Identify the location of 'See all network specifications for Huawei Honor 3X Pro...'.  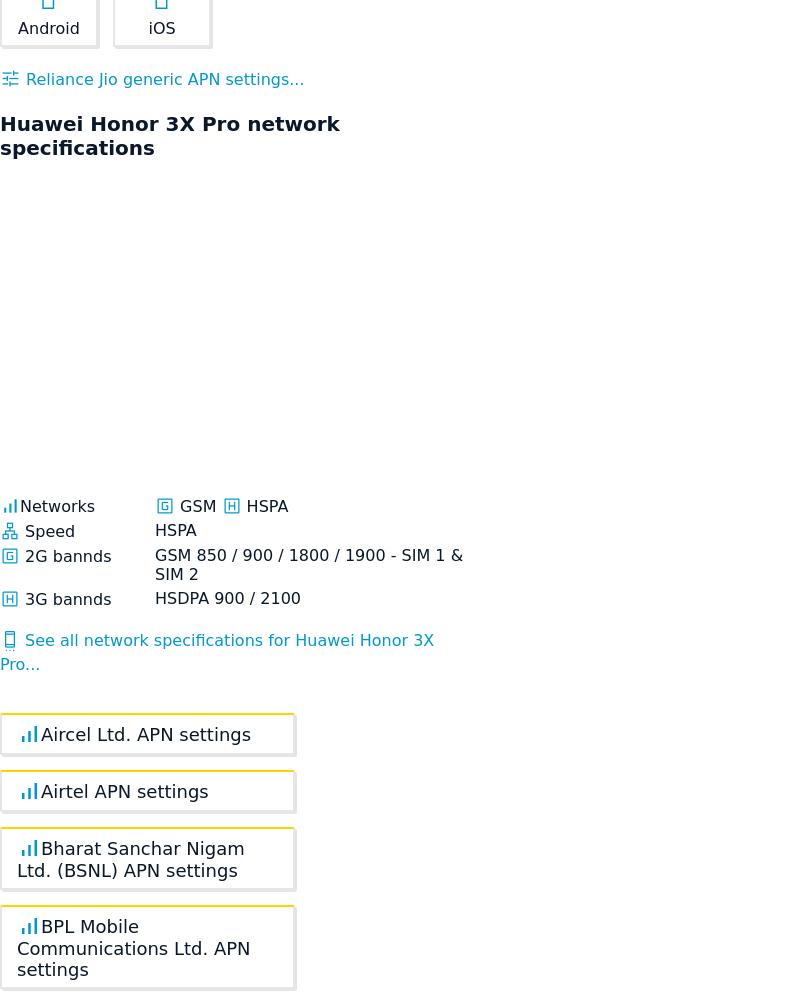
(0, 651).